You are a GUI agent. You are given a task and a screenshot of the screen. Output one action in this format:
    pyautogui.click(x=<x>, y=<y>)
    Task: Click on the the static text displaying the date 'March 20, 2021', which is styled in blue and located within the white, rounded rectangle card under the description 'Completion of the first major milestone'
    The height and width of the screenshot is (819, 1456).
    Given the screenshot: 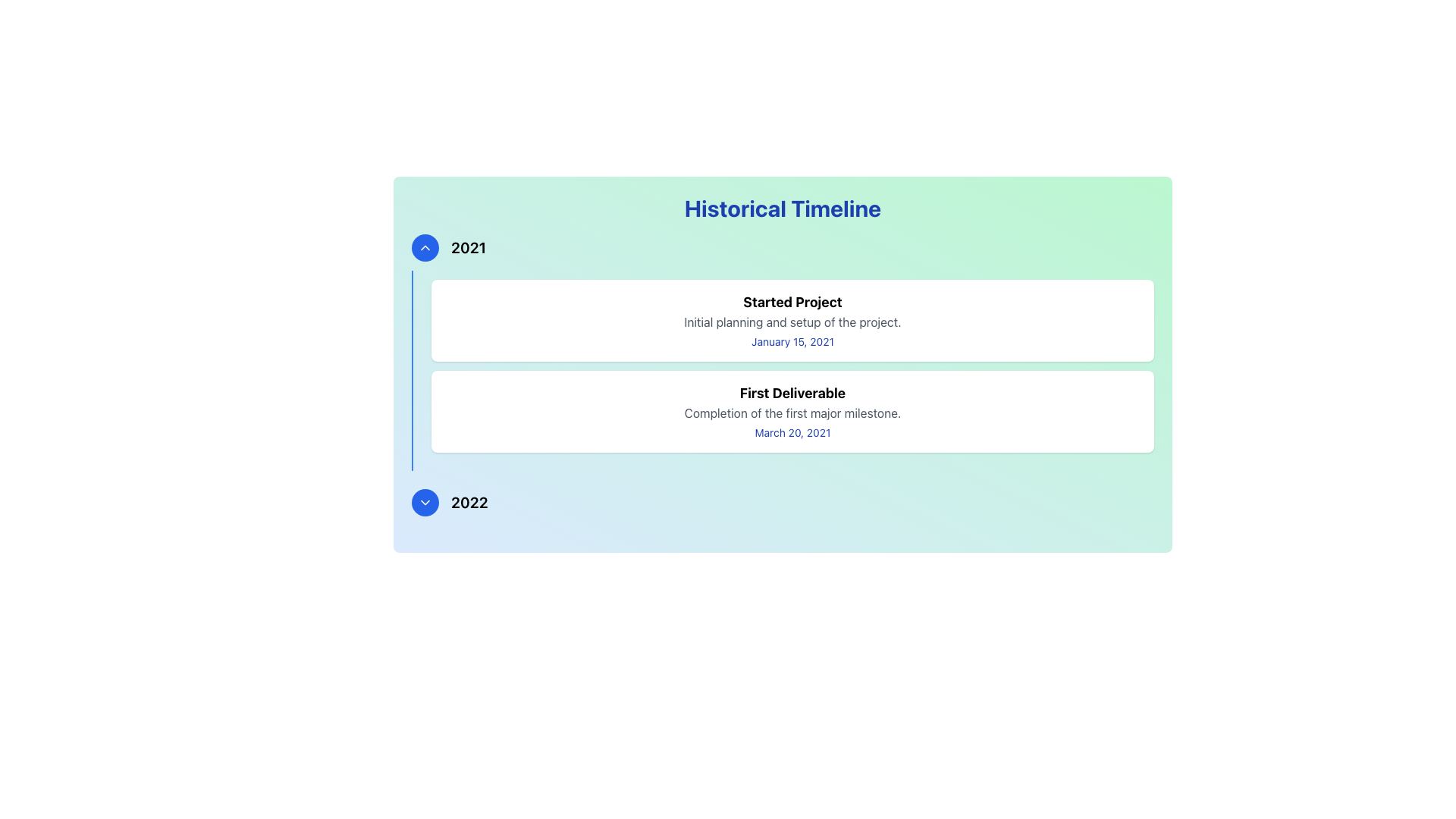 What is the action you would take?
    pyautogui.click(x=792, y=432)
    